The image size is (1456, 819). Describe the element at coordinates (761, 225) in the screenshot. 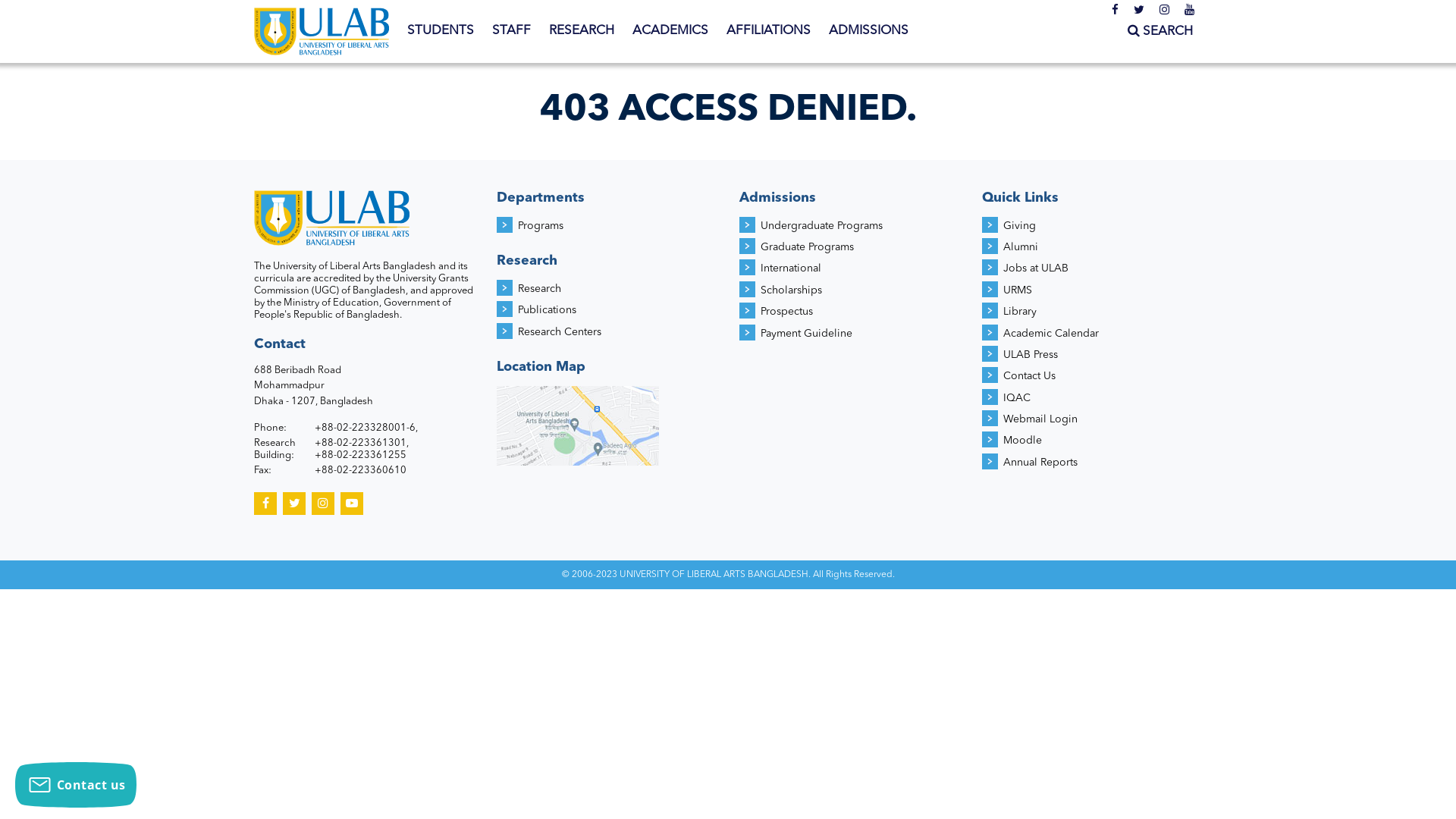

I see `'Undergraduate Programs'` at that location.